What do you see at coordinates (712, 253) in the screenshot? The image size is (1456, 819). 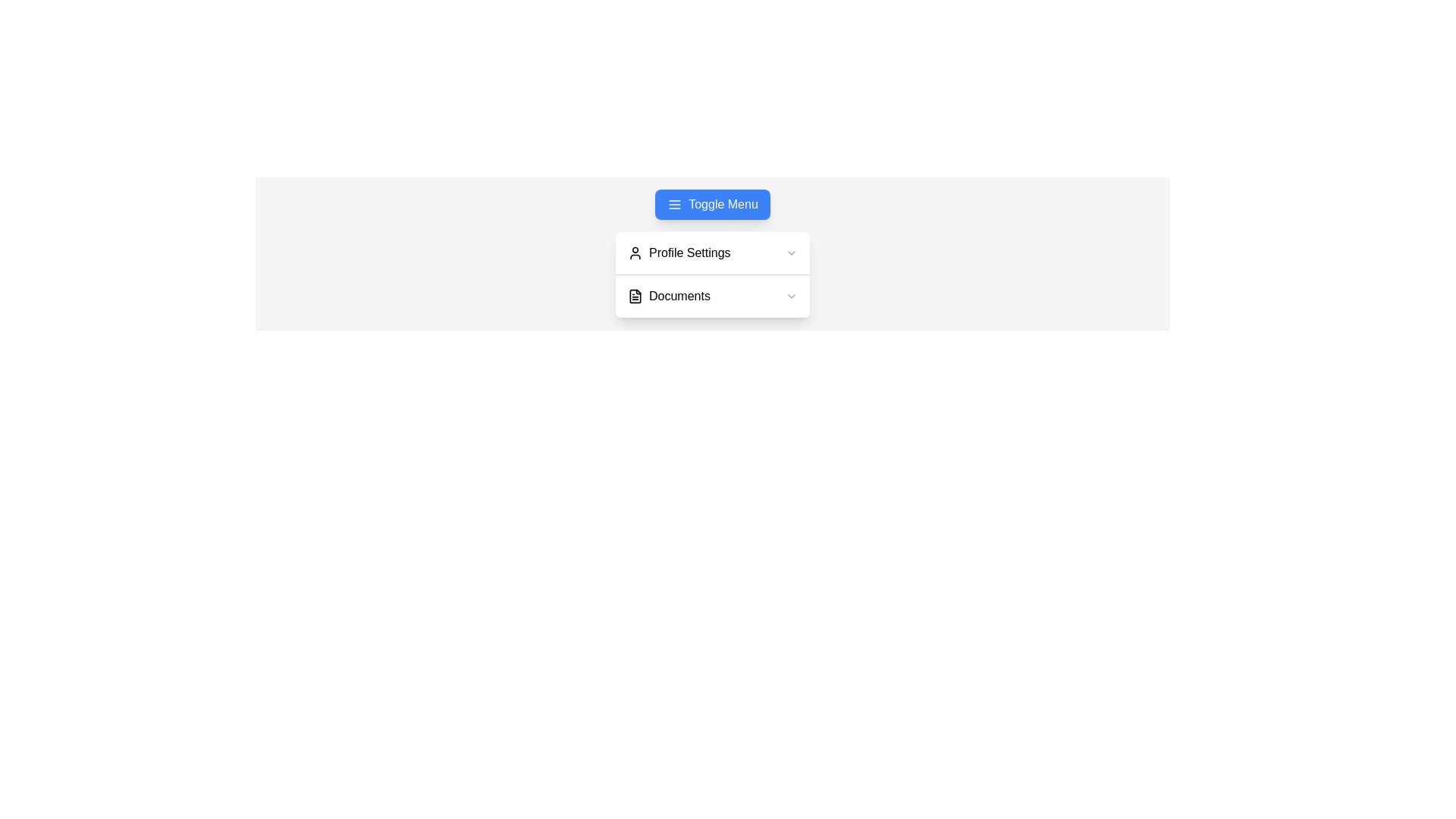 I see `the Clickable Menu Item that allows access to profile settings, located` at bounding box center [712, 253].